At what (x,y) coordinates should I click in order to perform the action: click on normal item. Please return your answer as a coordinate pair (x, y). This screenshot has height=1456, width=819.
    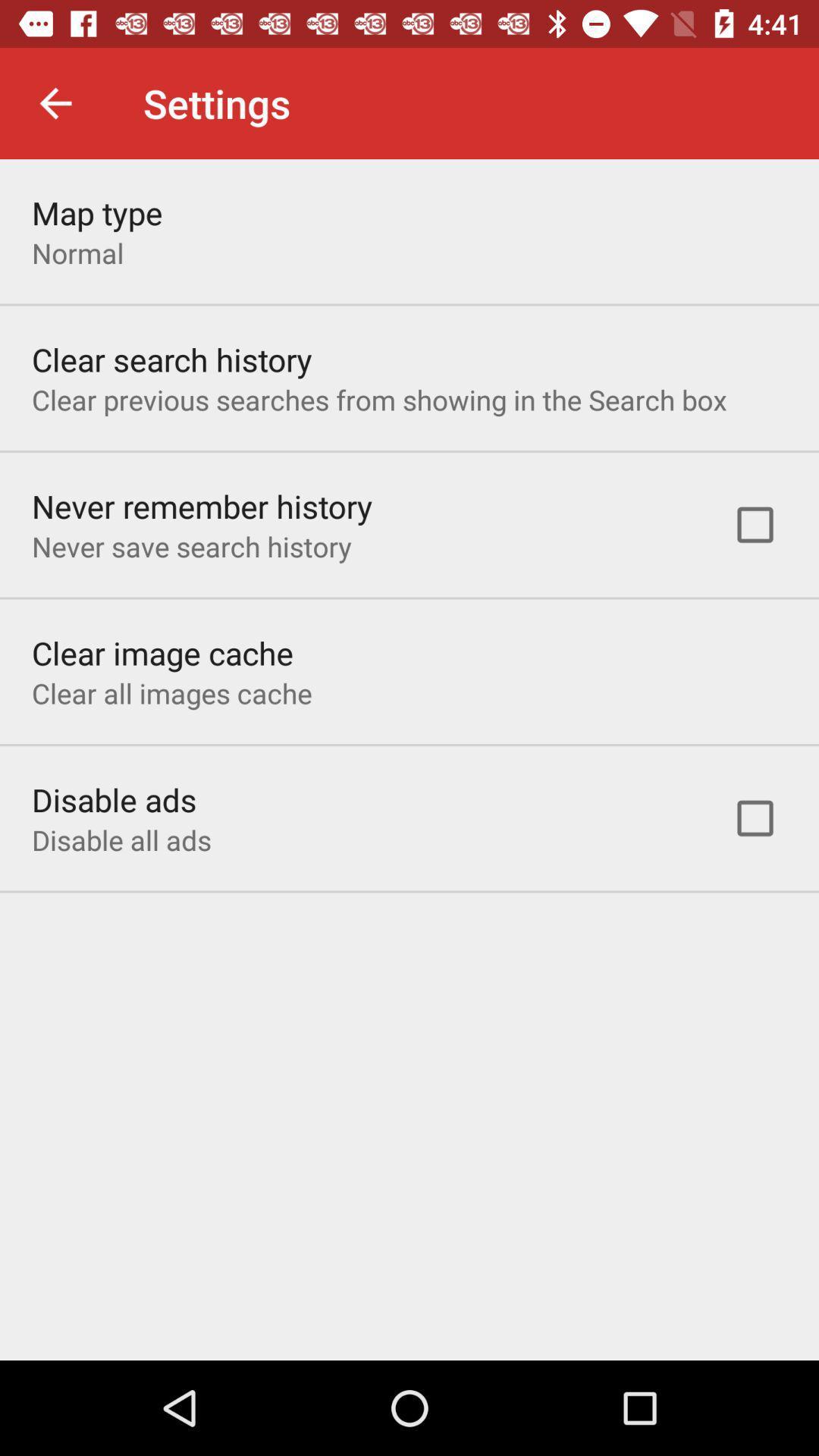
    Looking at the image, I should click on (77, 253).